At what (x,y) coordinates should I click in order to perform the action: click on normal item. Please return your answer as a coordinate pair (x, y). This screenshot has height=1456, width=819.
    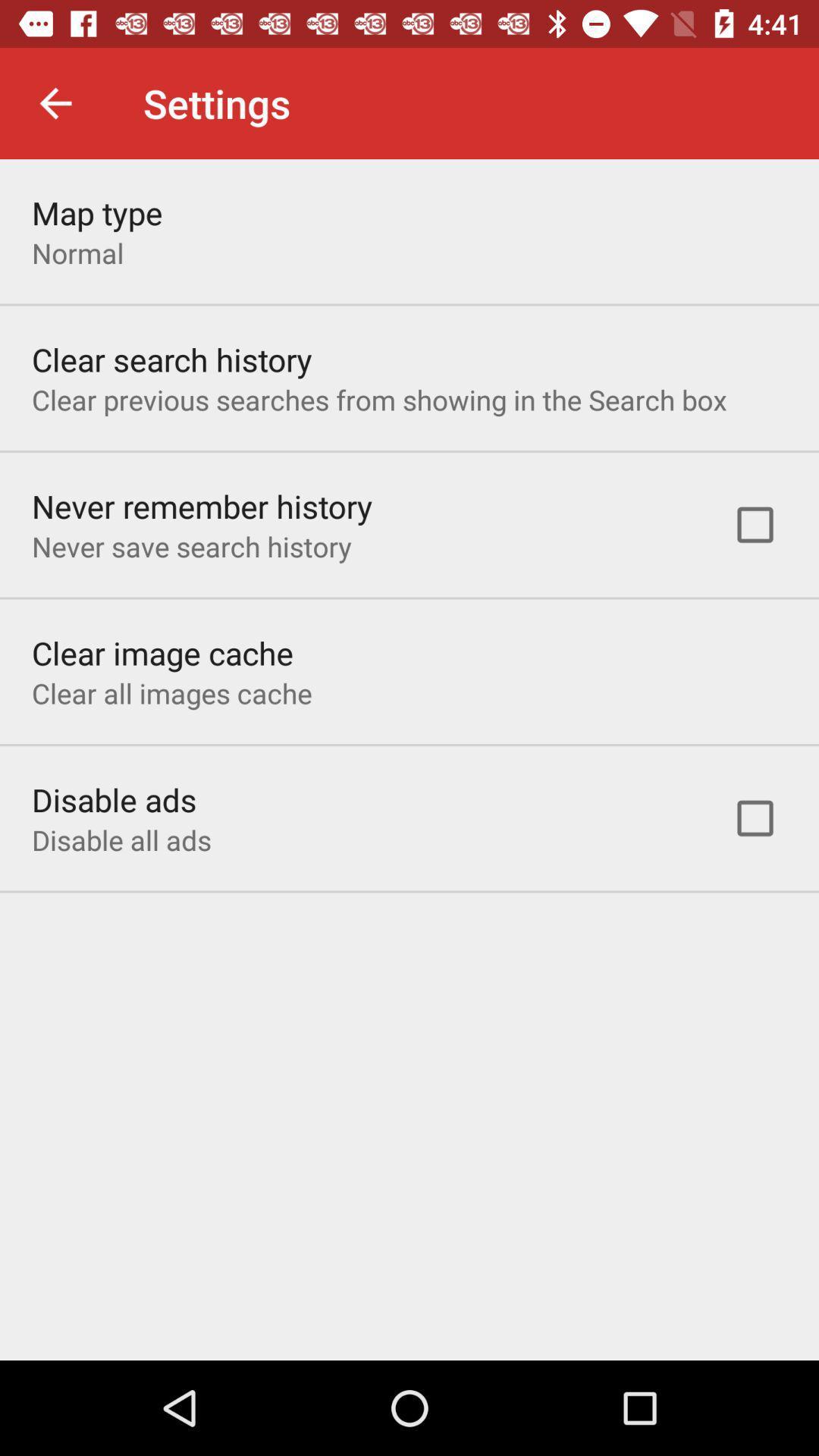
    Looking at the image, I should click on (77, 253).